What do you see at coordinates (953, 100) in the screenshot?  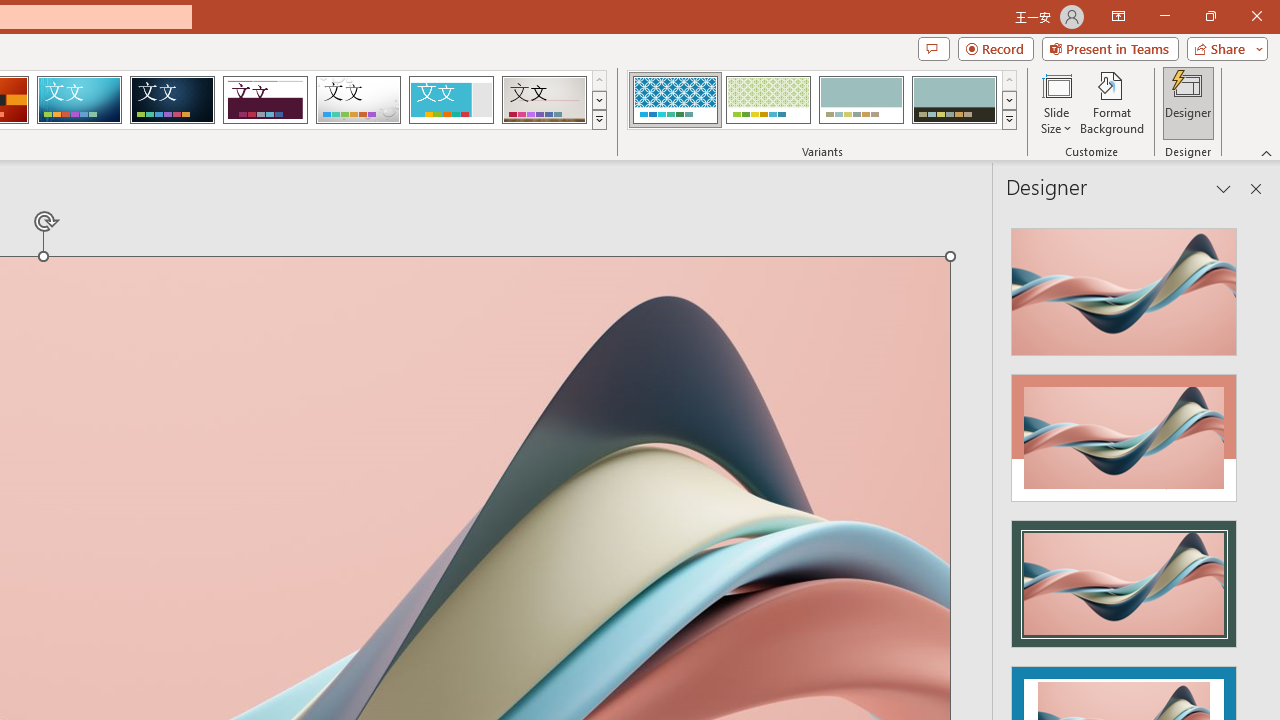 I see `'Integral Variant 4'` at bounding box center [953, 100].